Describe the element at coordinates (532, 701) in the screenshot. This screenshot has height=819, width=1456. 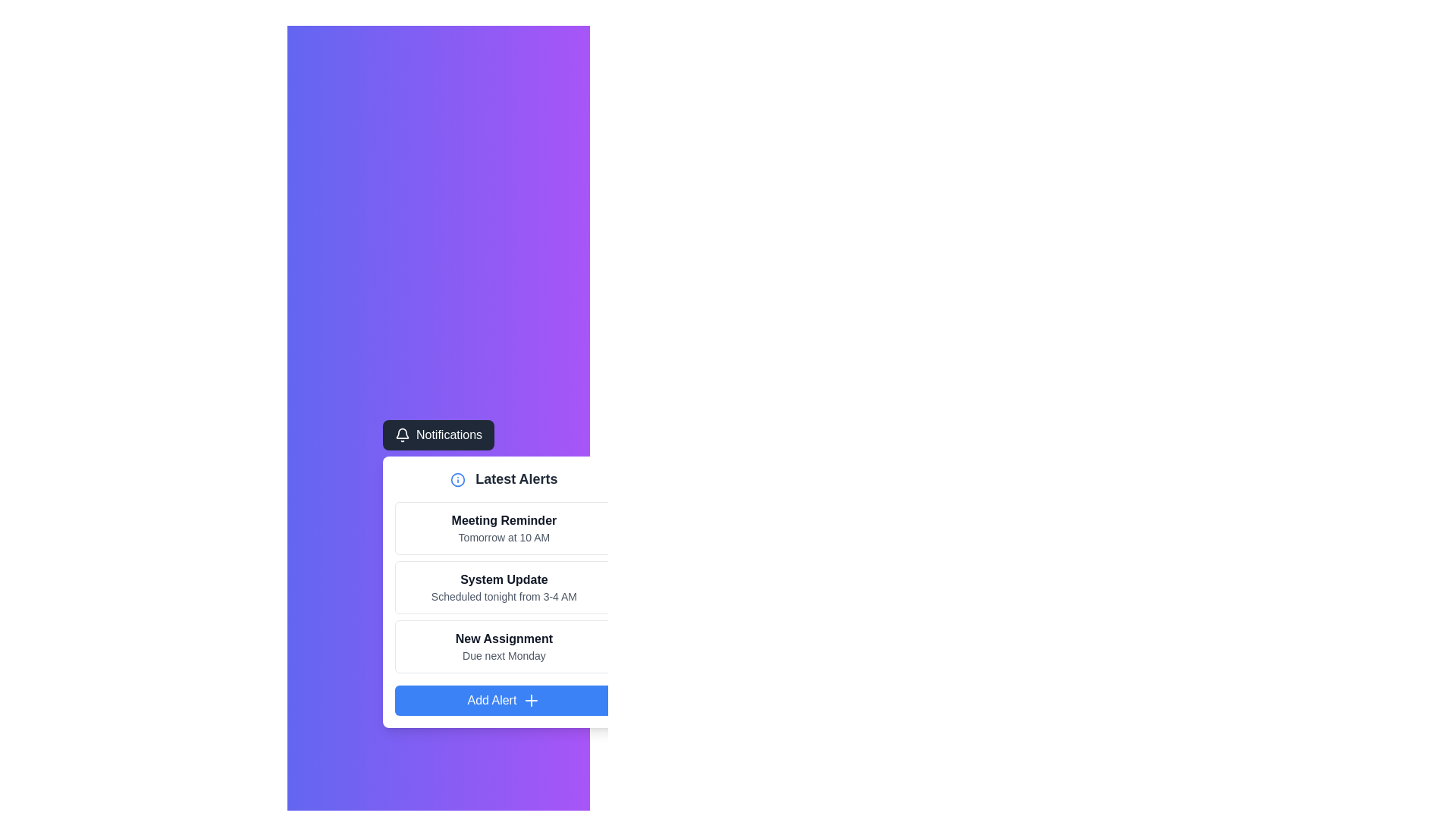
I see `the plus icon located on the right side of the 'Add Alert' button at the bottom of the alert information panel` at that location.